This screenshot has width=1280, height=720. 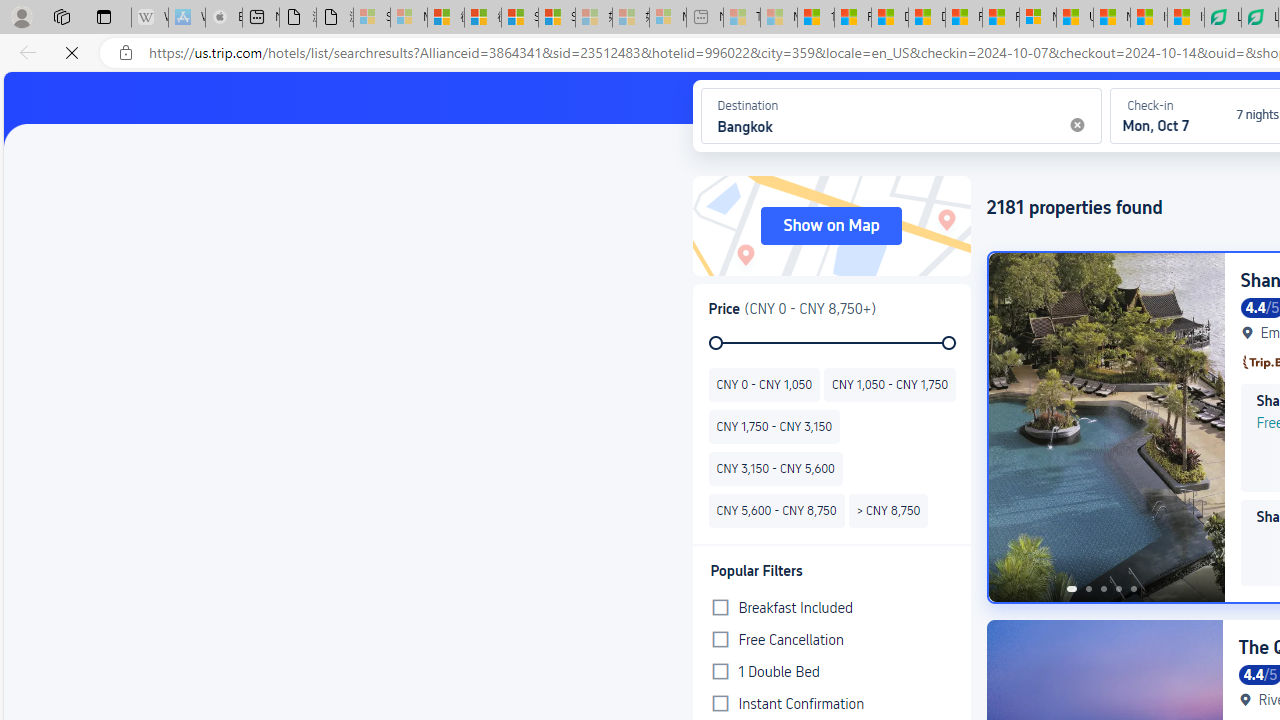 What do you see at coordinates (1222, 17) in the screenshot?
I see `'LendingTree - Compare Lenders'` at bounding box center [1222, 17].